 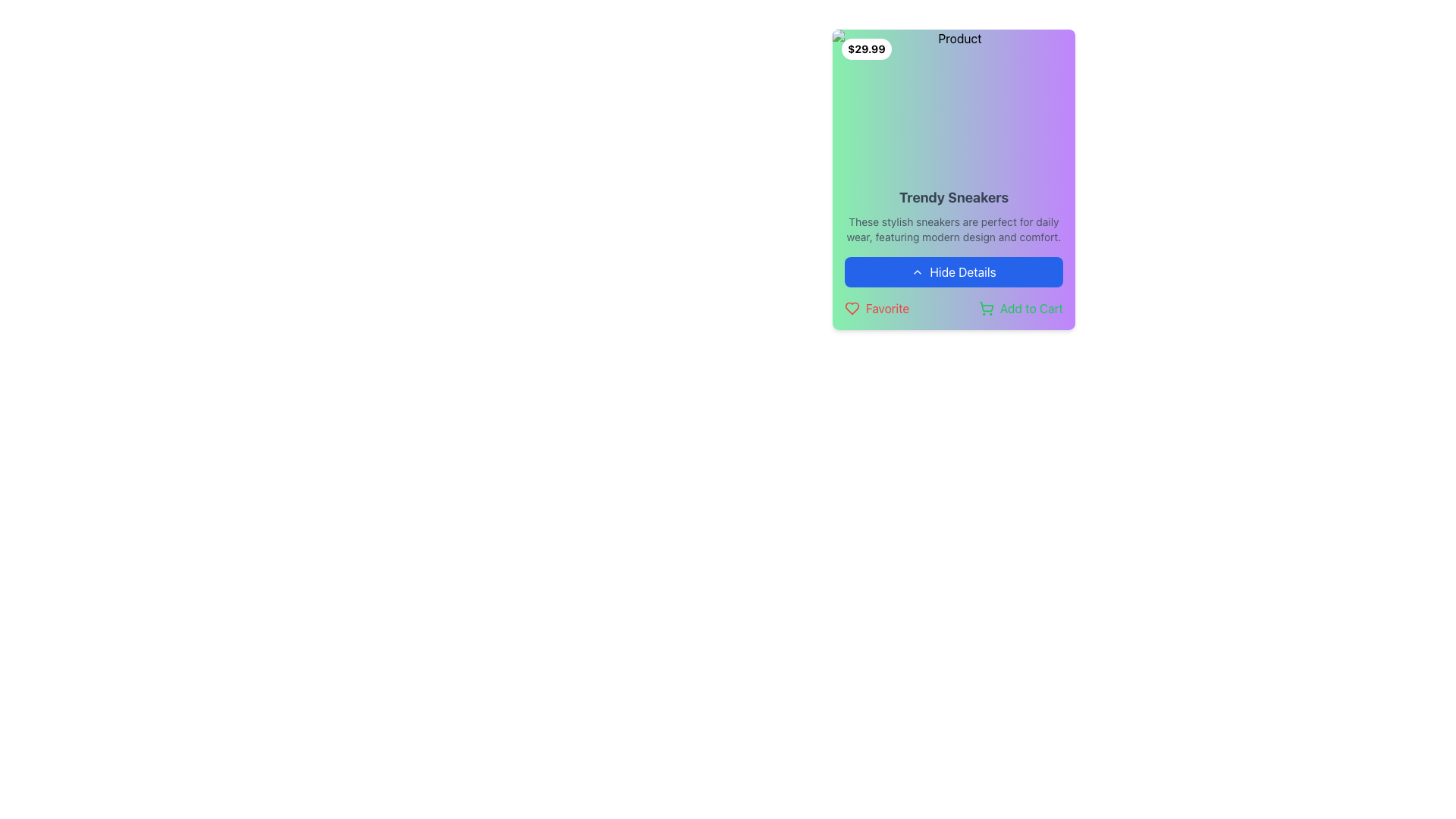 I want to click on the heart-shaped vector icon located in the bottom-left corner of the main card component, so click(x=852, y=308).